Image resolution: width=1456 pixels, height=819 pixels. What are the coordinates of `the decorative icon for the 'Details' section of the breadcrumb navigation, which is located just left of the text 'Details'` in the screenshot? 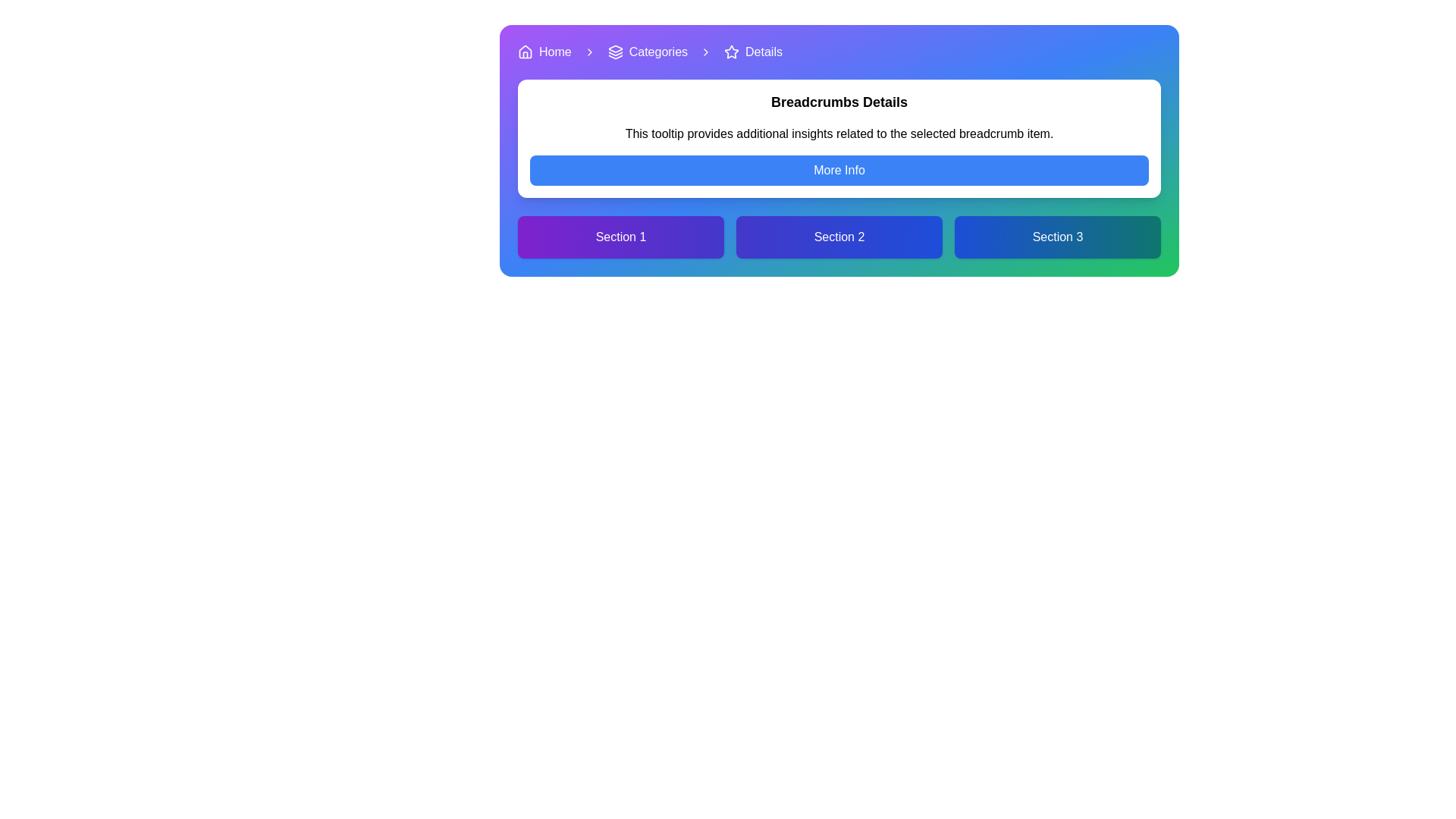 It's located at (731, 52).